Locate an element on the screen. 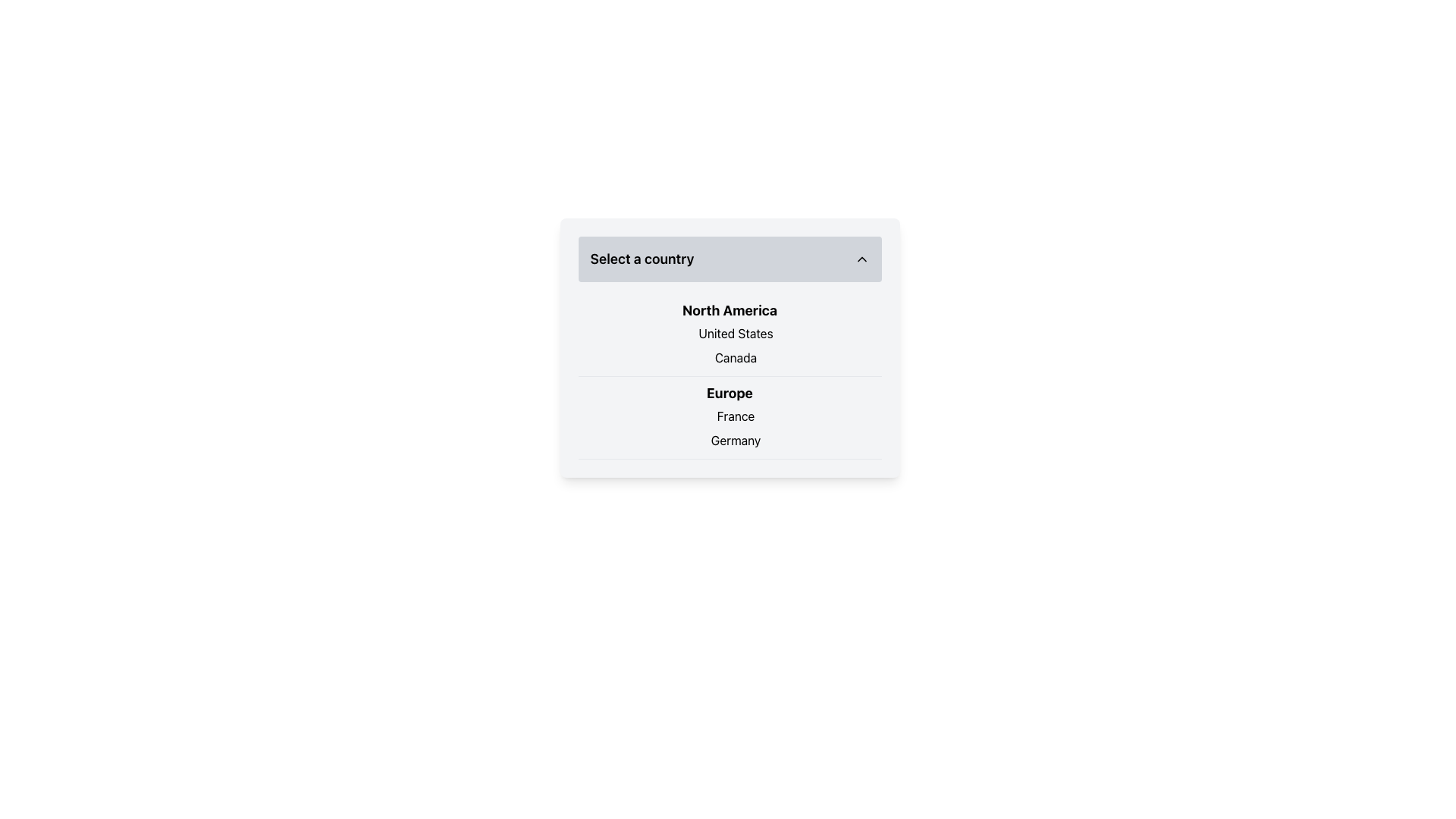 This screenshot has width=1456, height=819. the text label displaying 'France' is located at coordinates (730, 416).